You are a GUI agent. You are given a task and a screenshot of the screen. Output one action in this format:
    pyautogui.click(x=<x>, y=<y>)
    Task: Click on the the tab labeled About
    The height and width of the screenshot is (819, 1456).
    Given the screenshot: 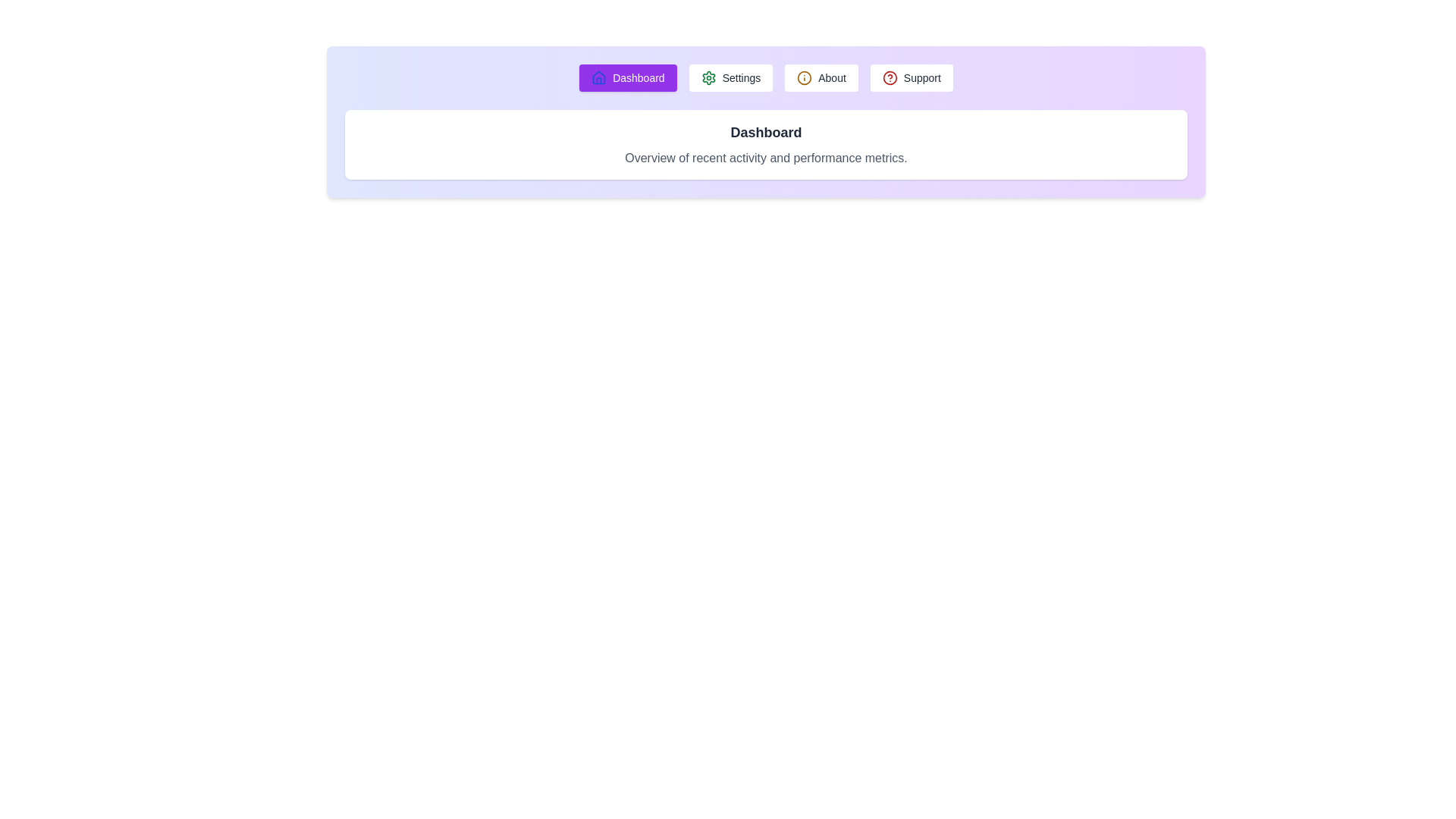 What is the action you would take?
    pyautogui.click(x=821, y=78)
    